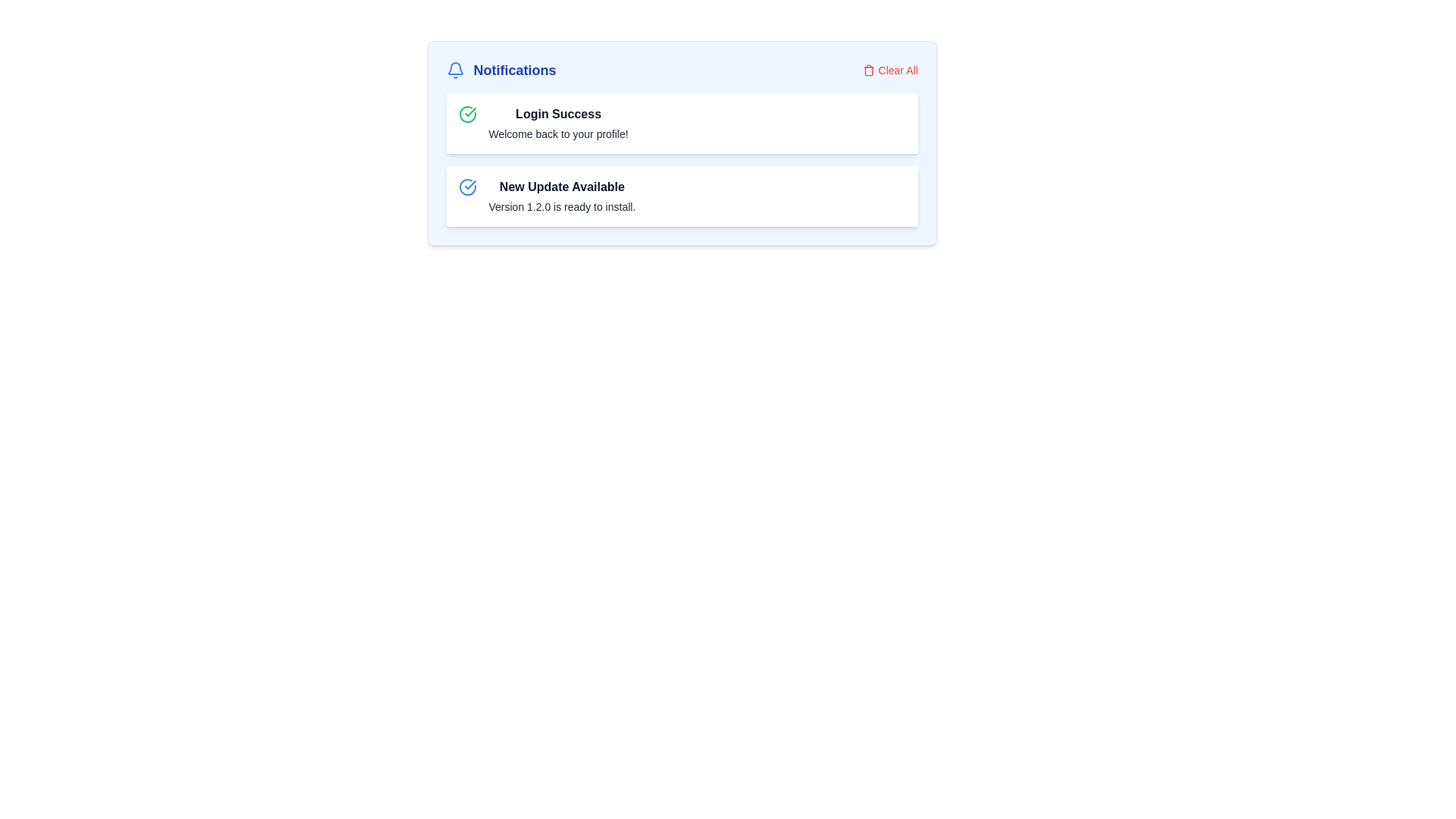  What do you see at coordinates (466, 186) in the screenshot?
I see `the blue circular icon with a check mark inside, located in the second notification panel labeled 'New Update Available', to the left of the text 'New Update Available'` at bounding box center [466, 186].